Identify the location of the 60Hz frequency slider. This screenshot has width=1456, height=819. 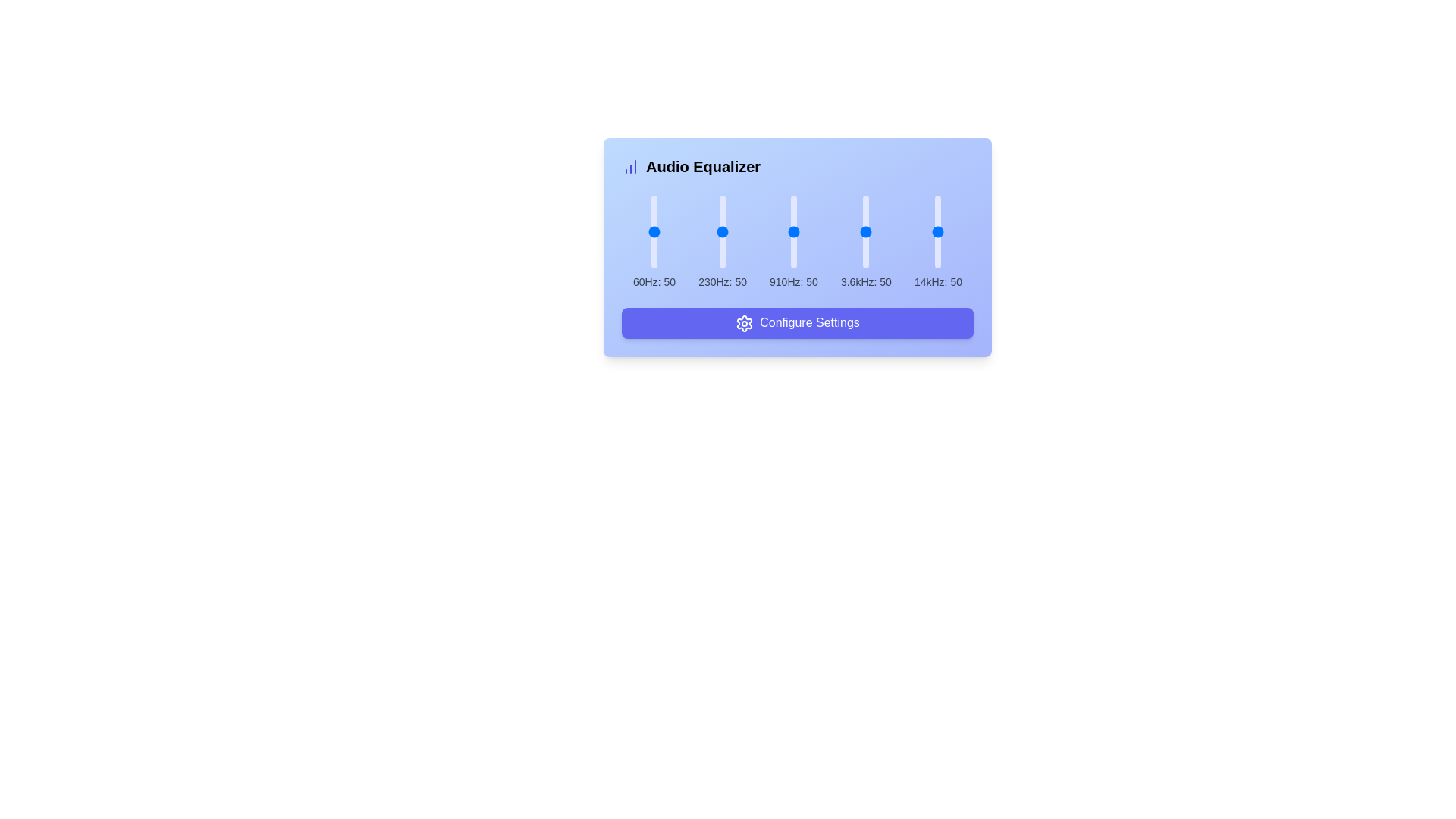
(654, 234).